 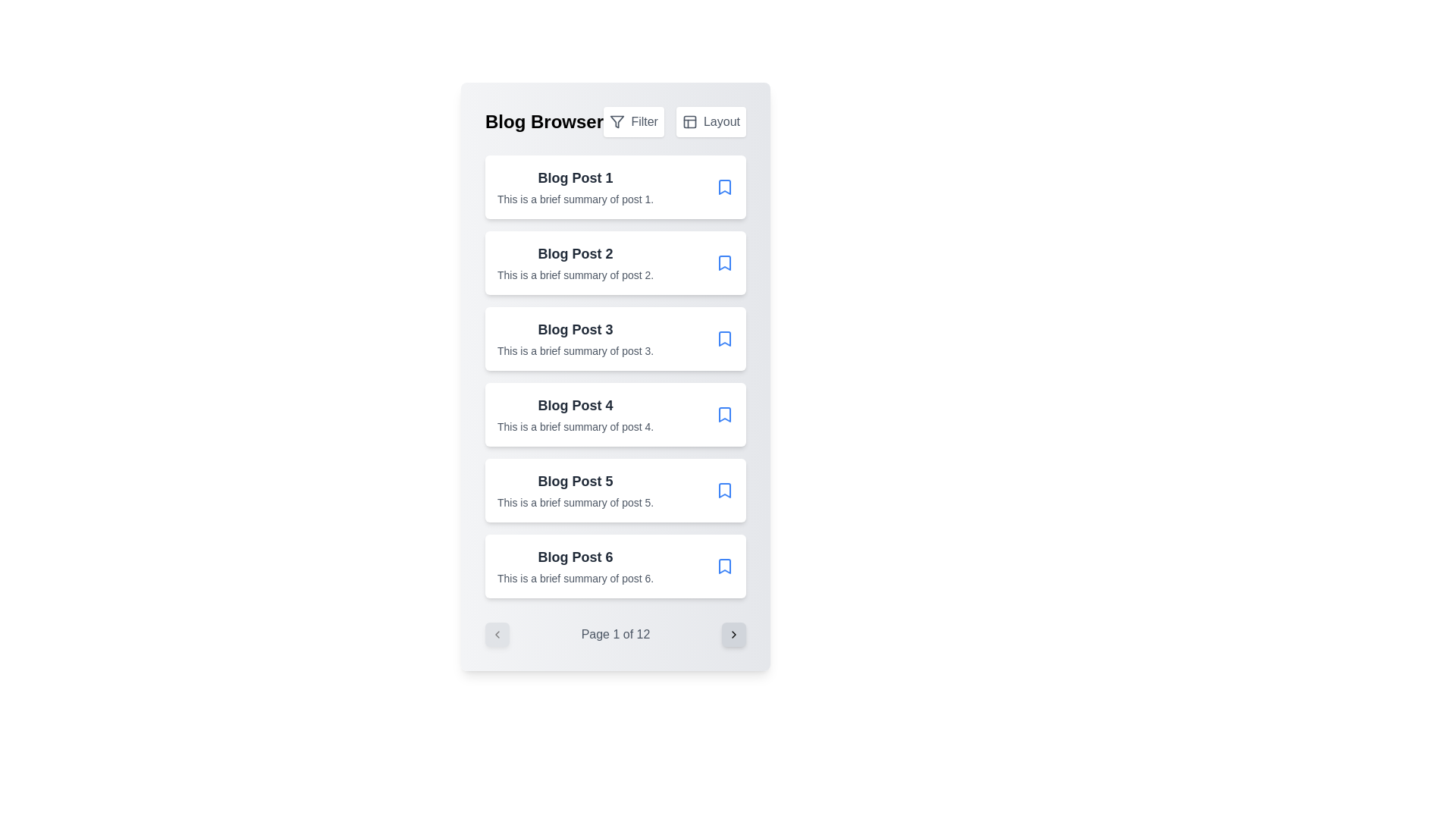 I want to click on the bookmark icon located at the right edge near the top of the 'Blog Post 3' card, so click(x=723, y=338).